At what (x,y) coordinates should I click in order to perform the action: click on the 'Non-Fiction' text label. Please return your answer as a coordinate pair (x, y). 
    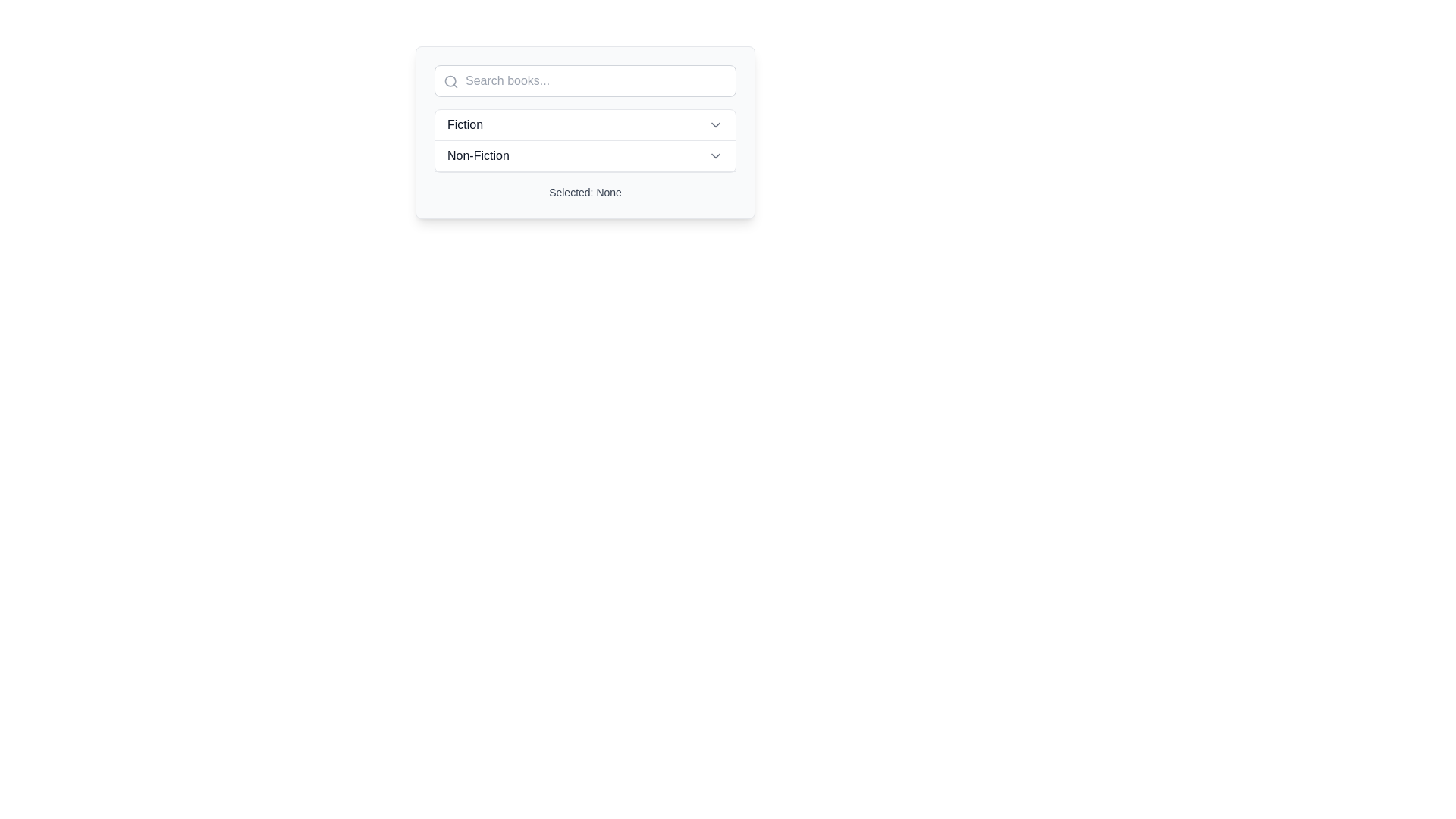
    Looking at the image, I should click on (477, 155).